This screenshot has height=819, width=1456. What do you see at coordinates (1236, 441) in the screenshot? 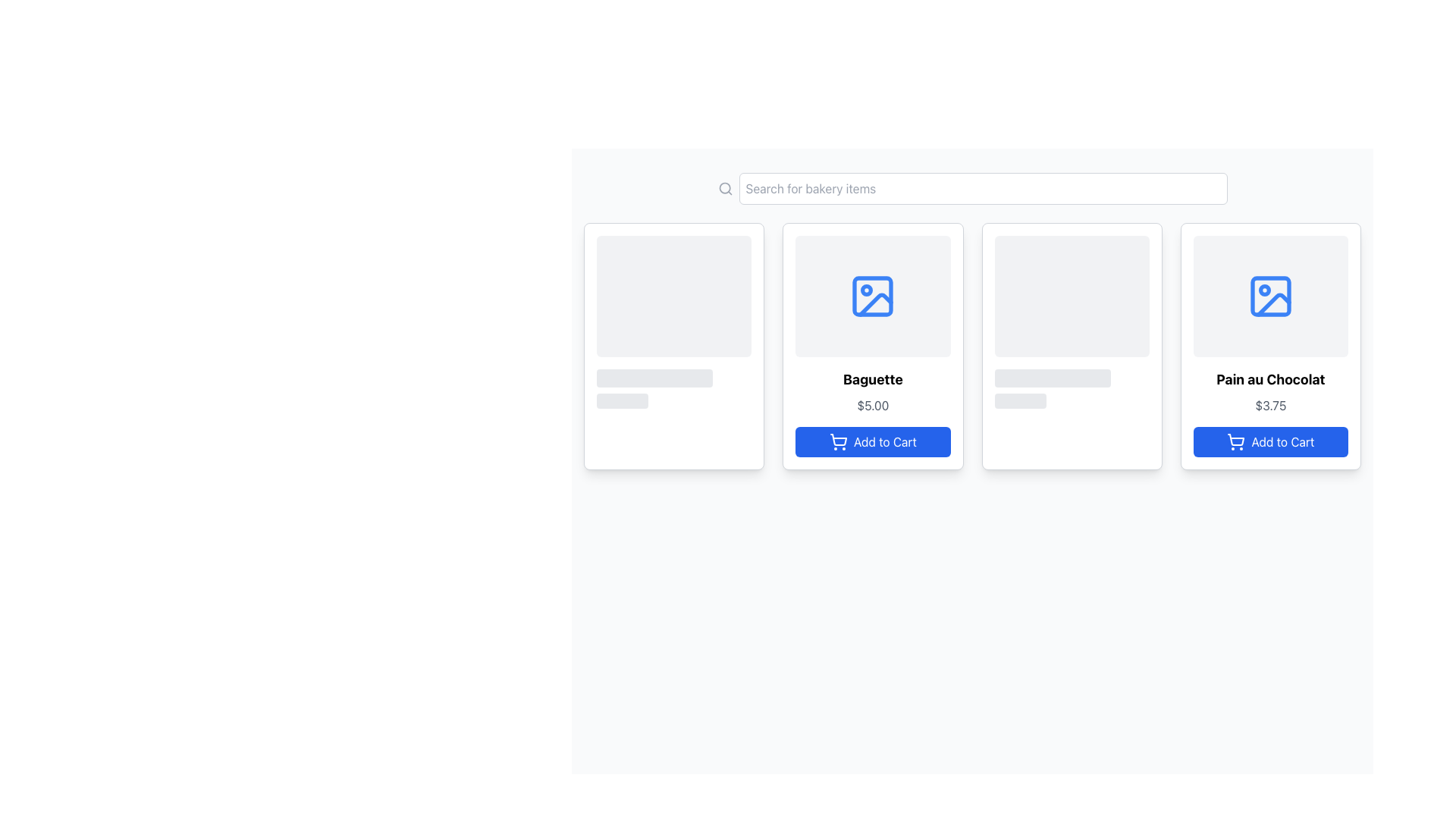
I see `the shopping cart icon located within the 'Add to Cart' button for the 'Pain au Chocolat' product card in the fourth column of the product grid` at bounding box center [1236, 441].